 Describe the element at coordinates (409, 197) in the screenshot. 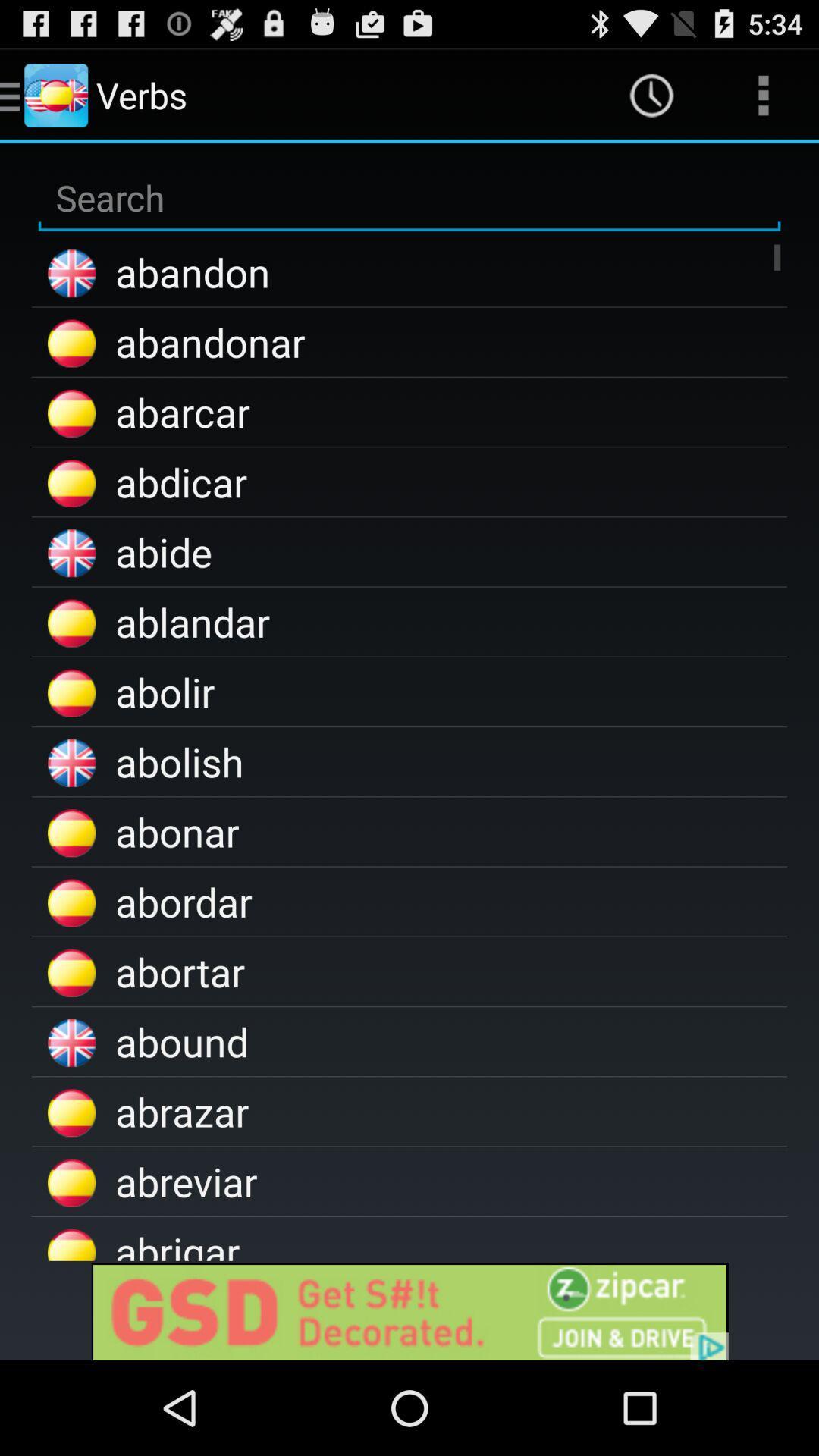

I see `type for a search` at that location.